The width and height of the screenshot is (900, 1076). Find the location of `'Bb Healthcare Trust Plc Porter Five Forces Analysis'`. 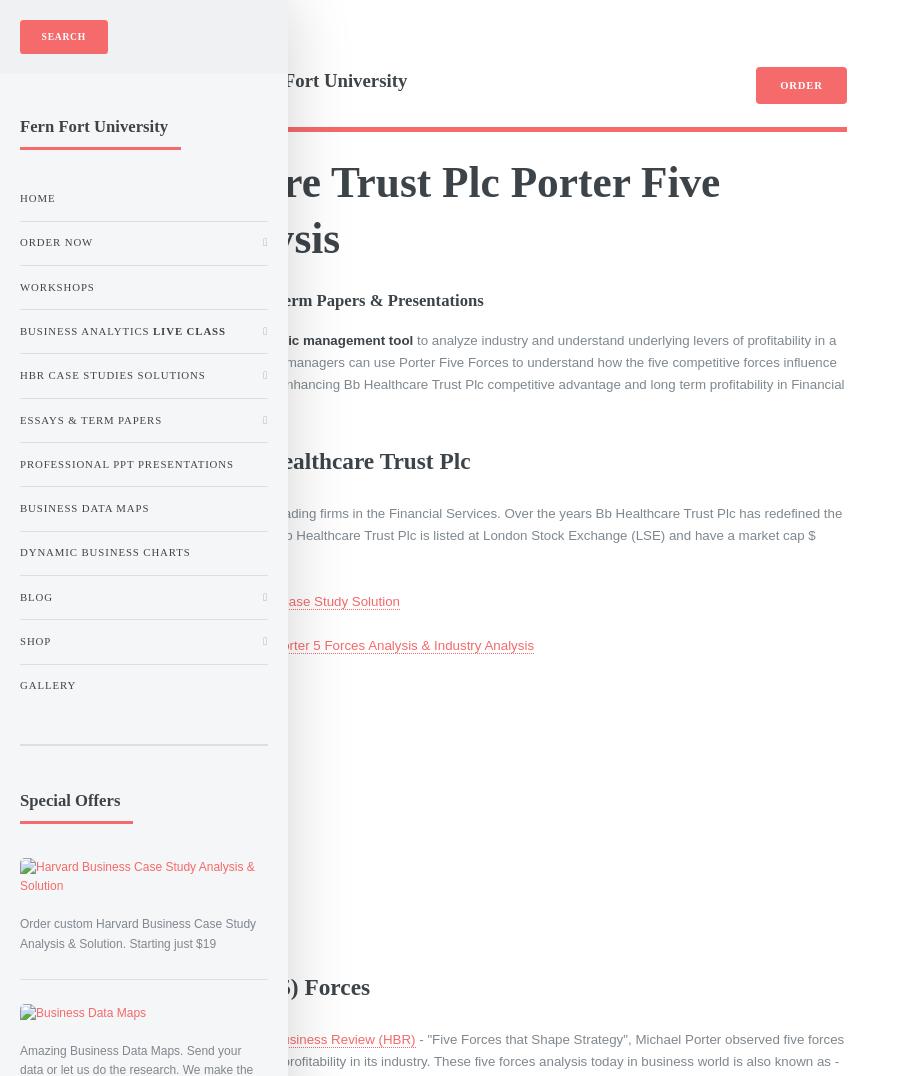

'Bb Healthcare Trust Plc Porter Five Forces Analysis' is located at coordinates (52, 208).